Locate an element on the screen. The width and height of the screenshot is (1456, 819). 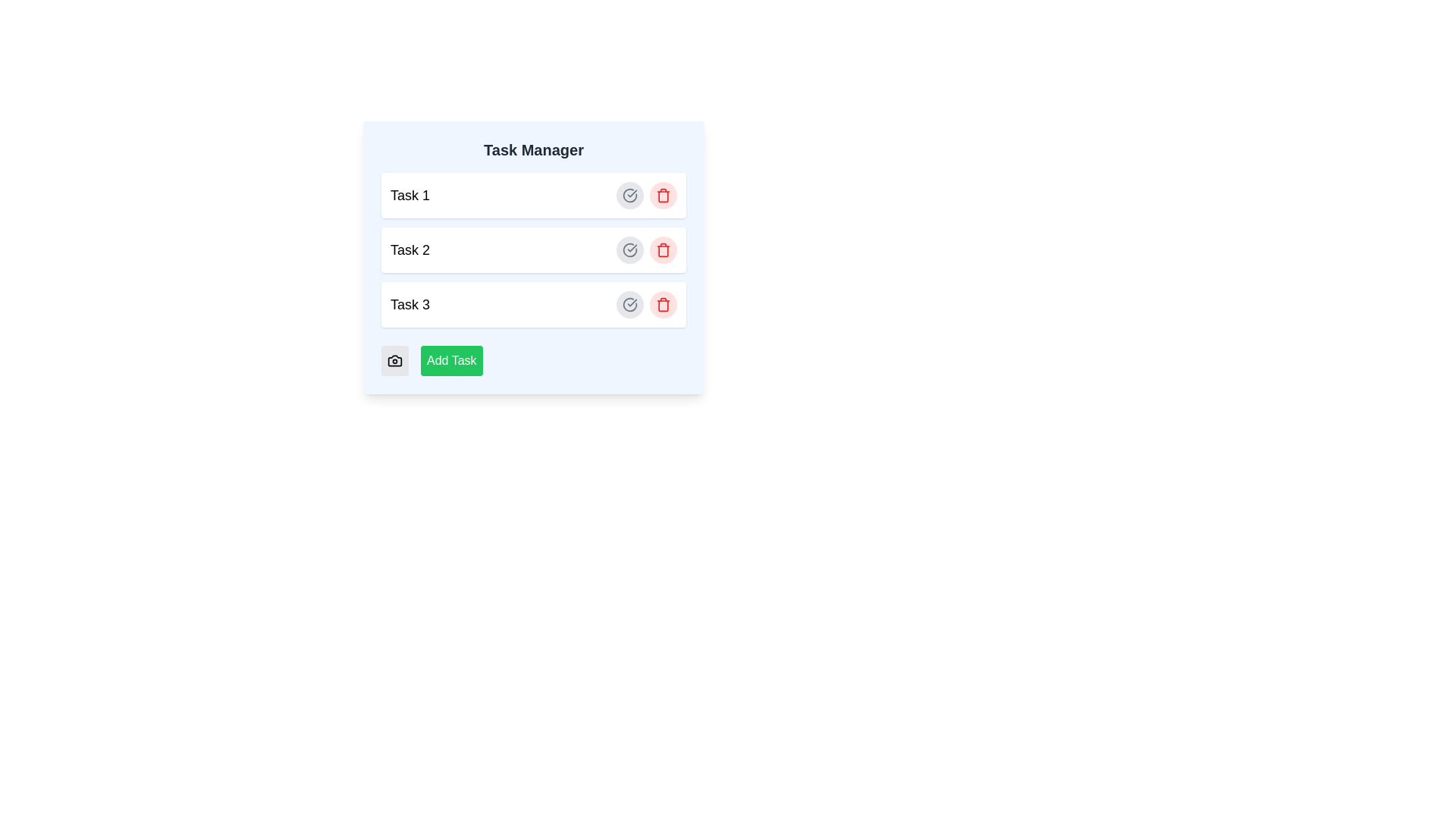
the trash can icon, which is red and located at the far right of the row for 'Task 1' in the task management list, to provide visual feedback is located at coordinates (663, 195).